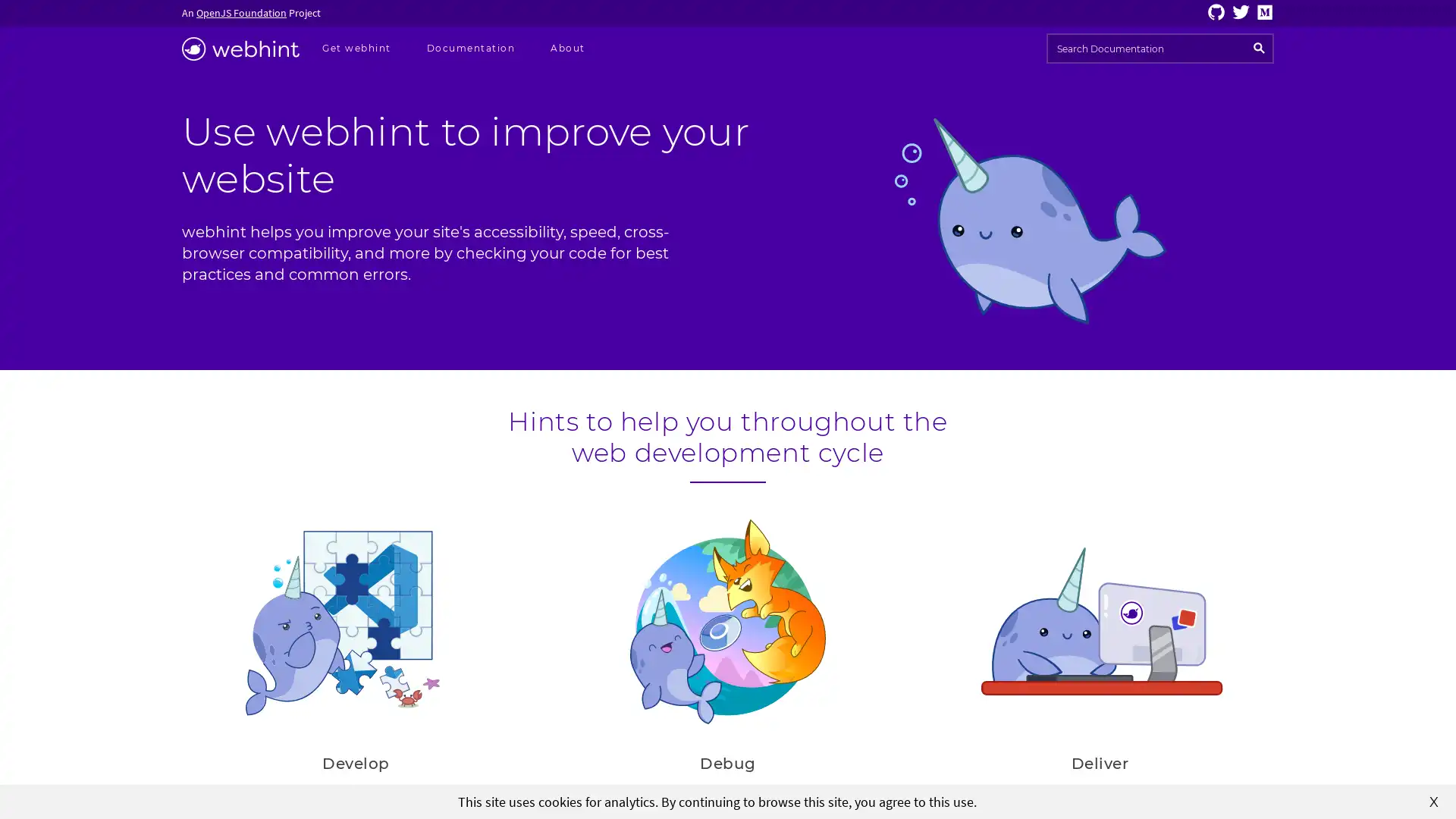  I want to click on close, so click(1433, 800).